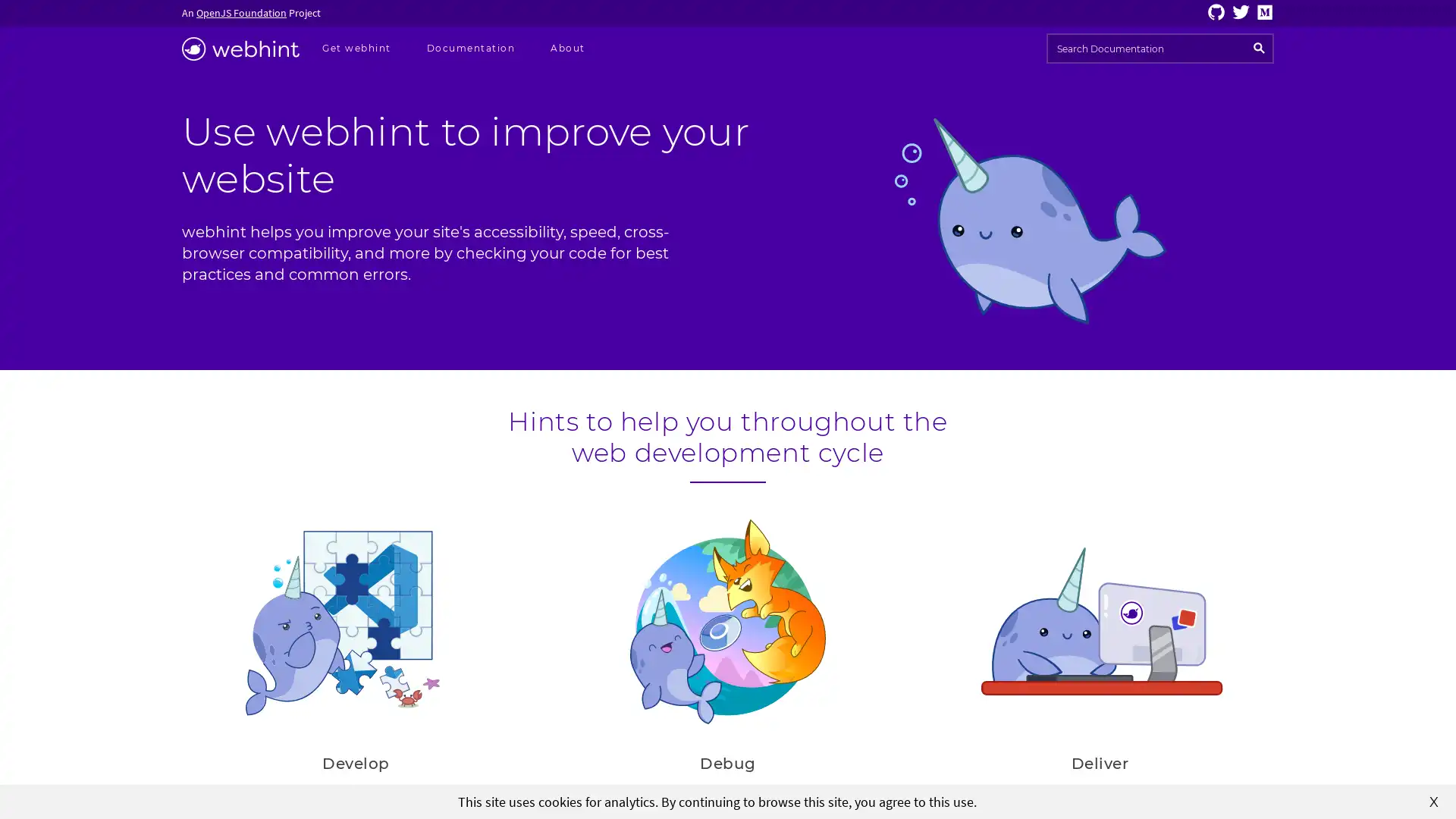  I want to click on close, so click(1433, 800).